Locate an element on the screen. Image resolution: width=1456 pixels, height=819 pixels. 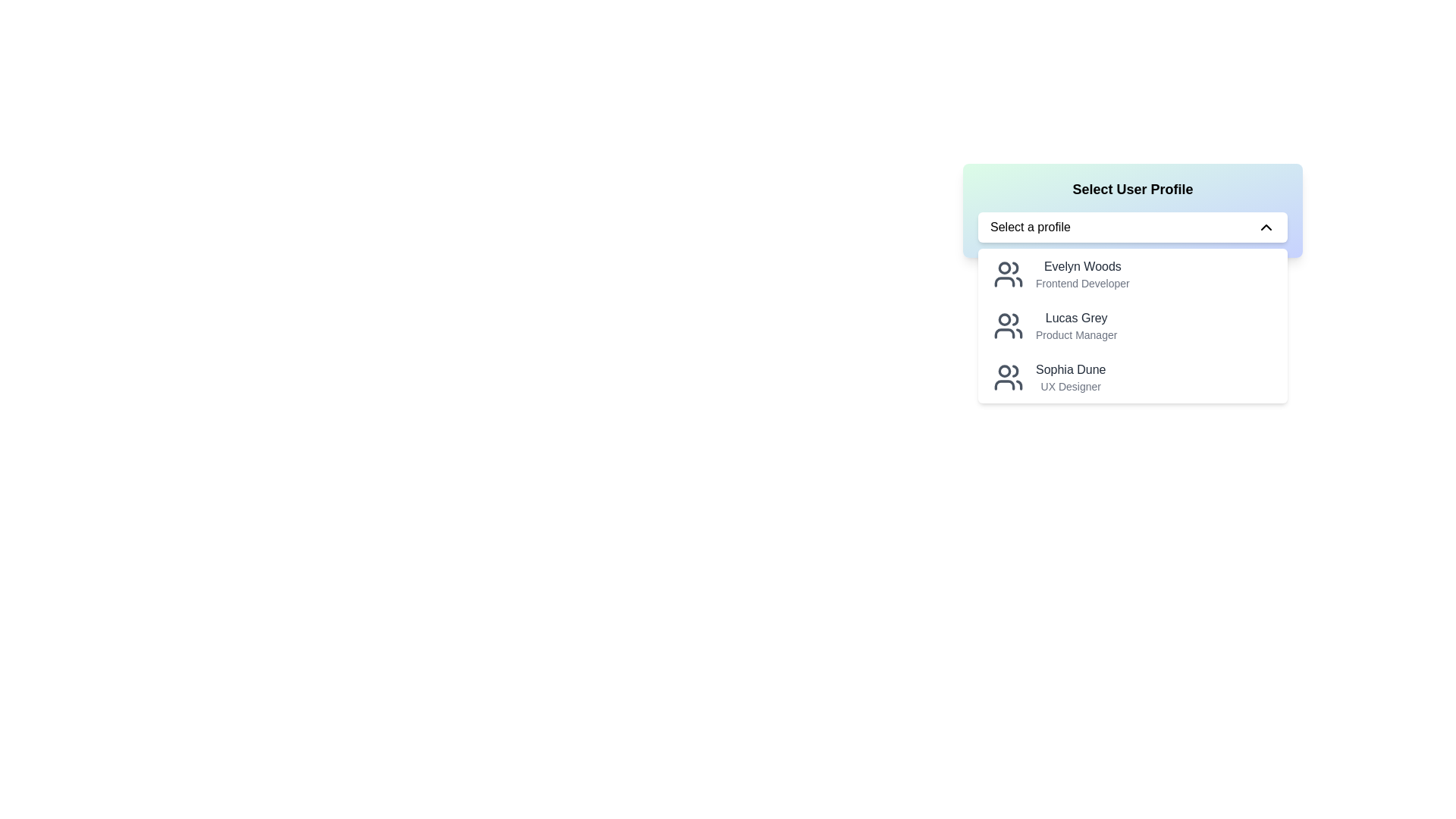
the SVG-based icon representing the profile of 'Lucas Grey', the Product Manager, located in the user profile selection dropdown menu, which is the second item in the sequence is located at coordinates (1008, 325).